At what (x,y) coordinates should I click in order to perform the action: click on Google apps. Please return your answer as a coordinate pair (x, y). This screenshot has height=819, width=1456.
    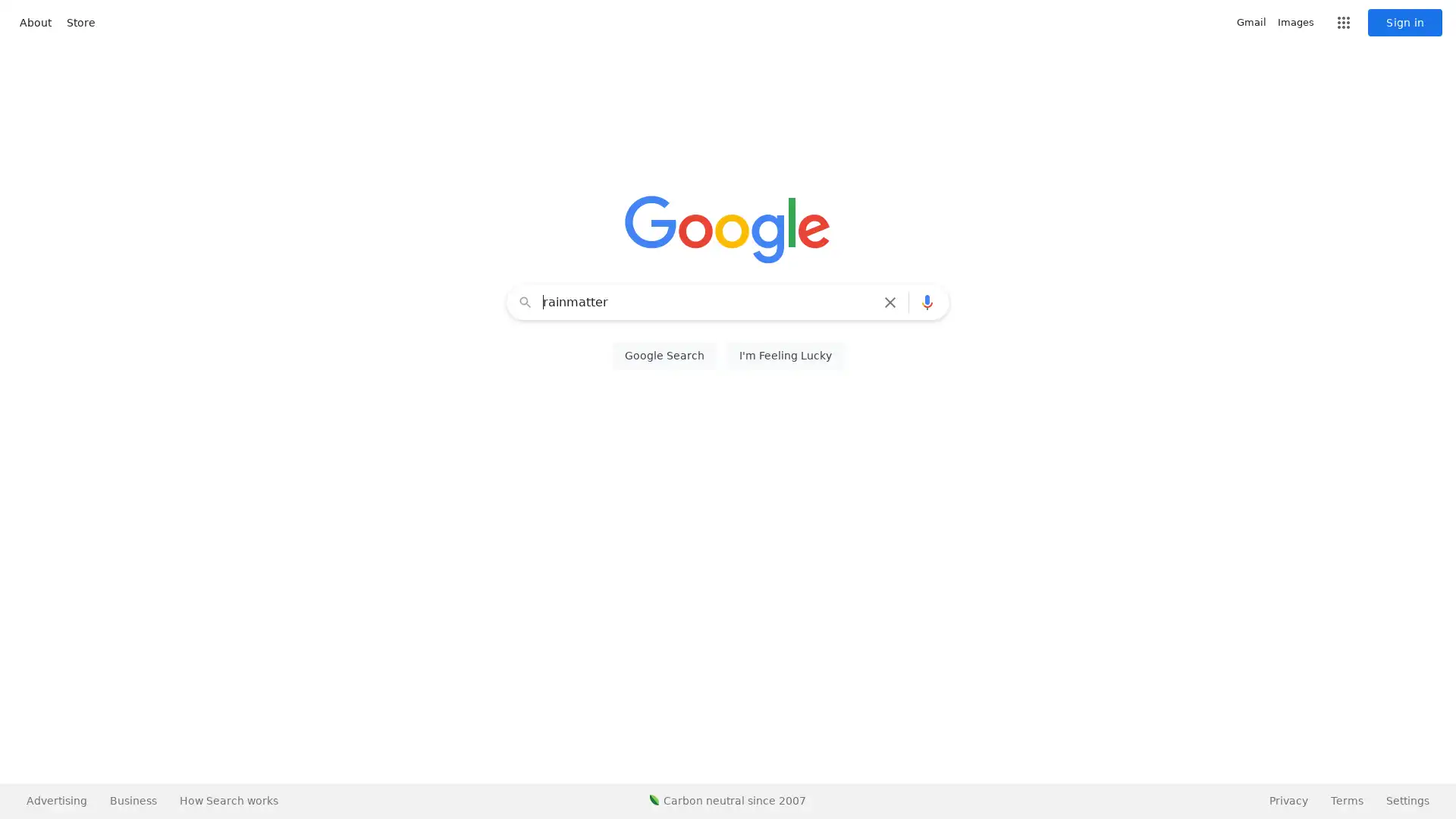
    Looking at the image, I should click on (1343, 23).